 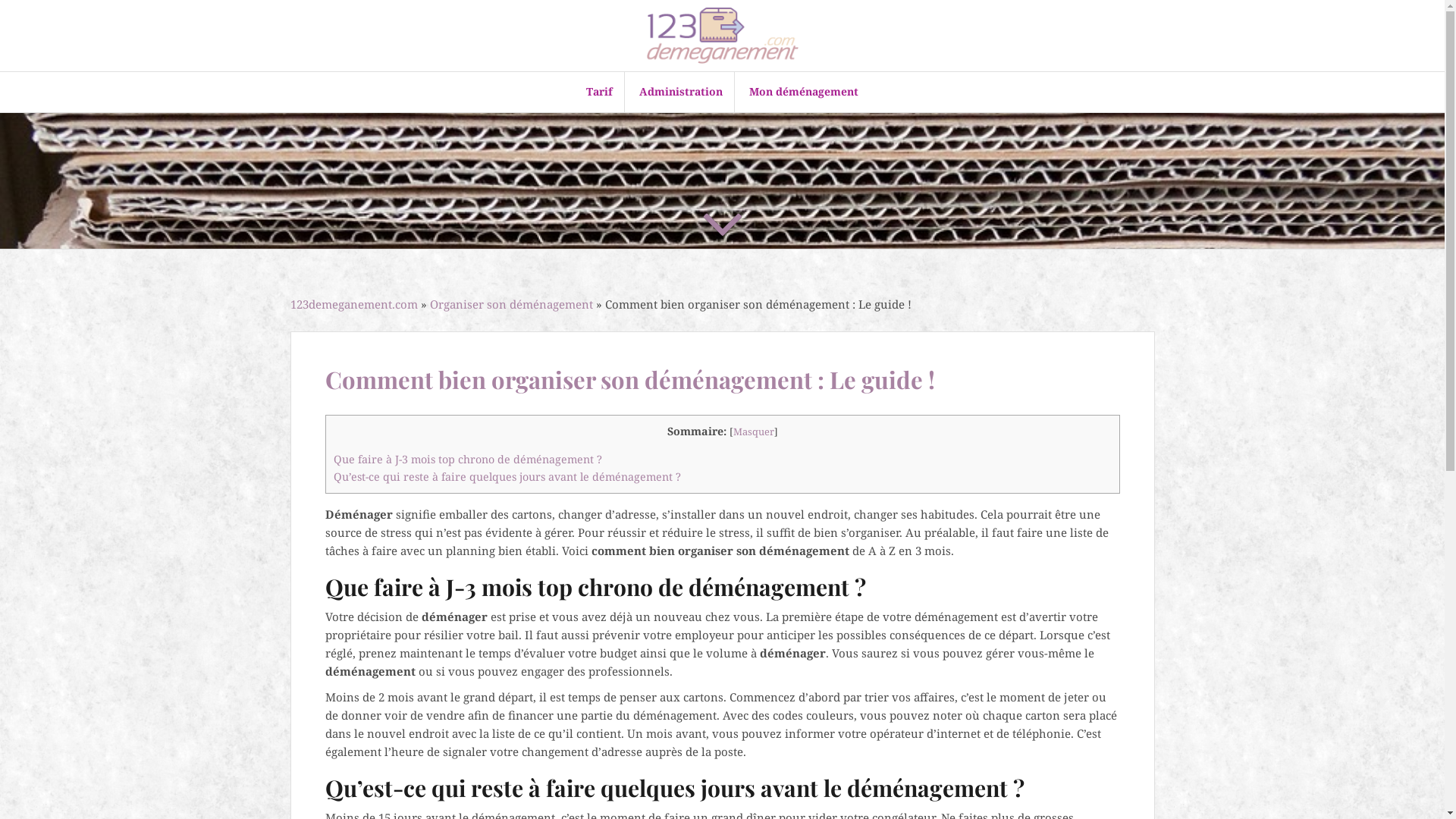 I want to click on 'Masquer', so click(x=732, y=431).